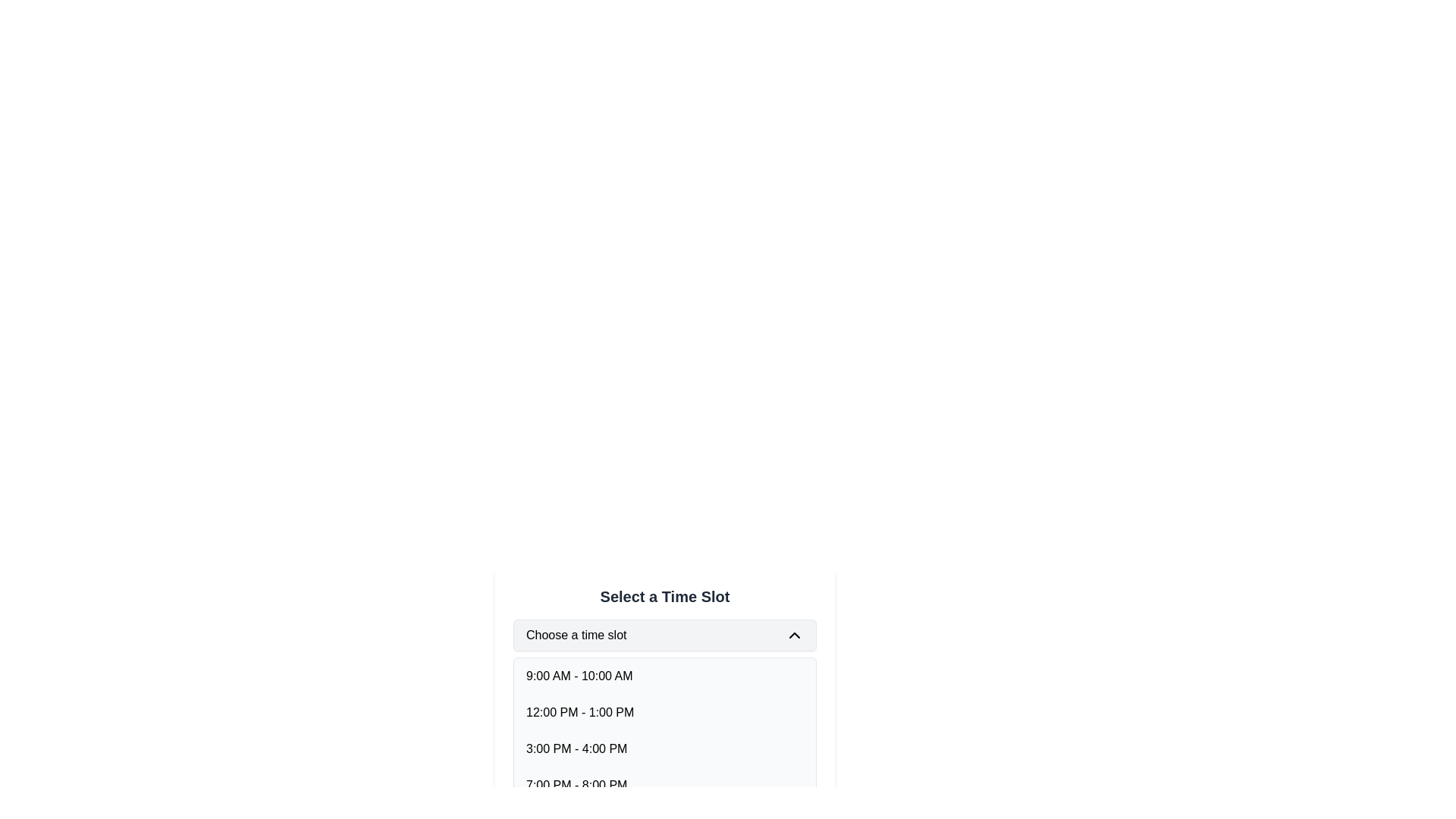 The image size is (1456, 819). What do you see at coordinates (576, 785) in the screenshot?
I see `the list item displaying the time range '7:00 PM - 8:00 PM' within the dropdown menu titled 'Select a Time Slot'` at bounding box center [576, 785].